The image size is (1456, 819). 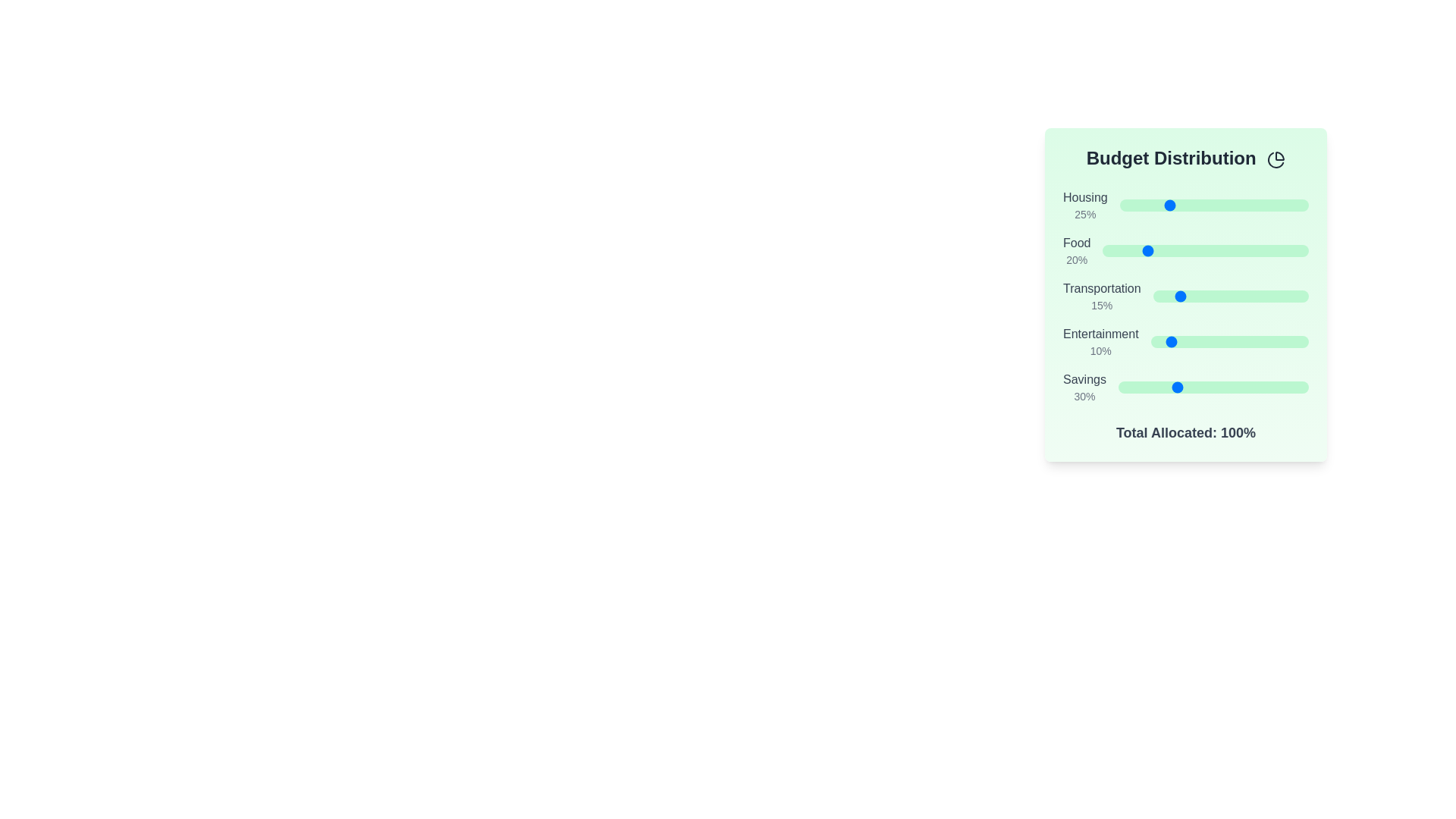 What do you see at coordinates (1203, 386) in the screenshot?
I see `the 'Savings' slider to set its value to 45%` at bounding box center [1203, 386].